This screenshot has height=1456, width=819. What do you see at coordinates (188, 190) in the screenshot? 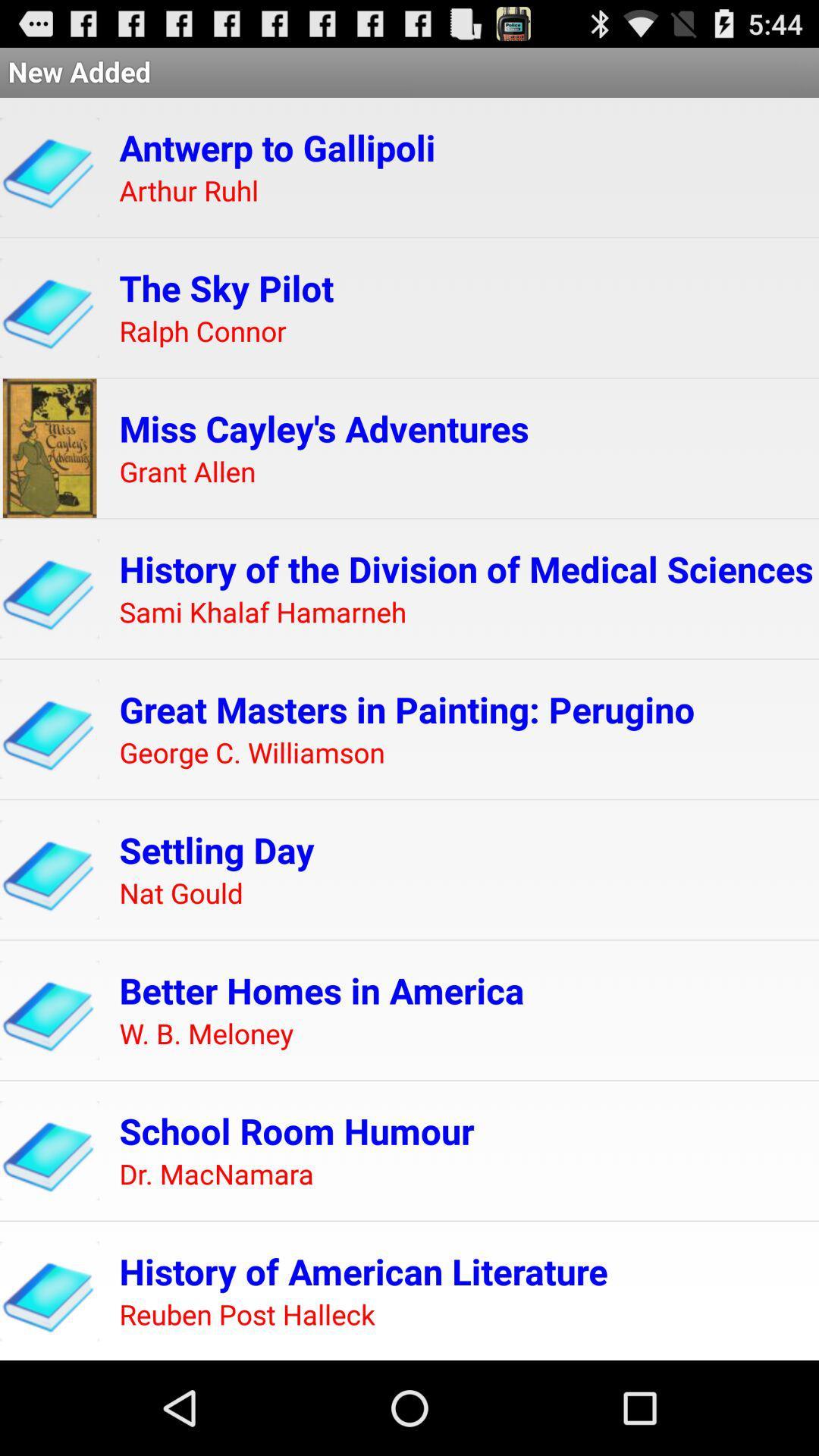
I see `arthur ruhl item` at bounding box center [188, 190].